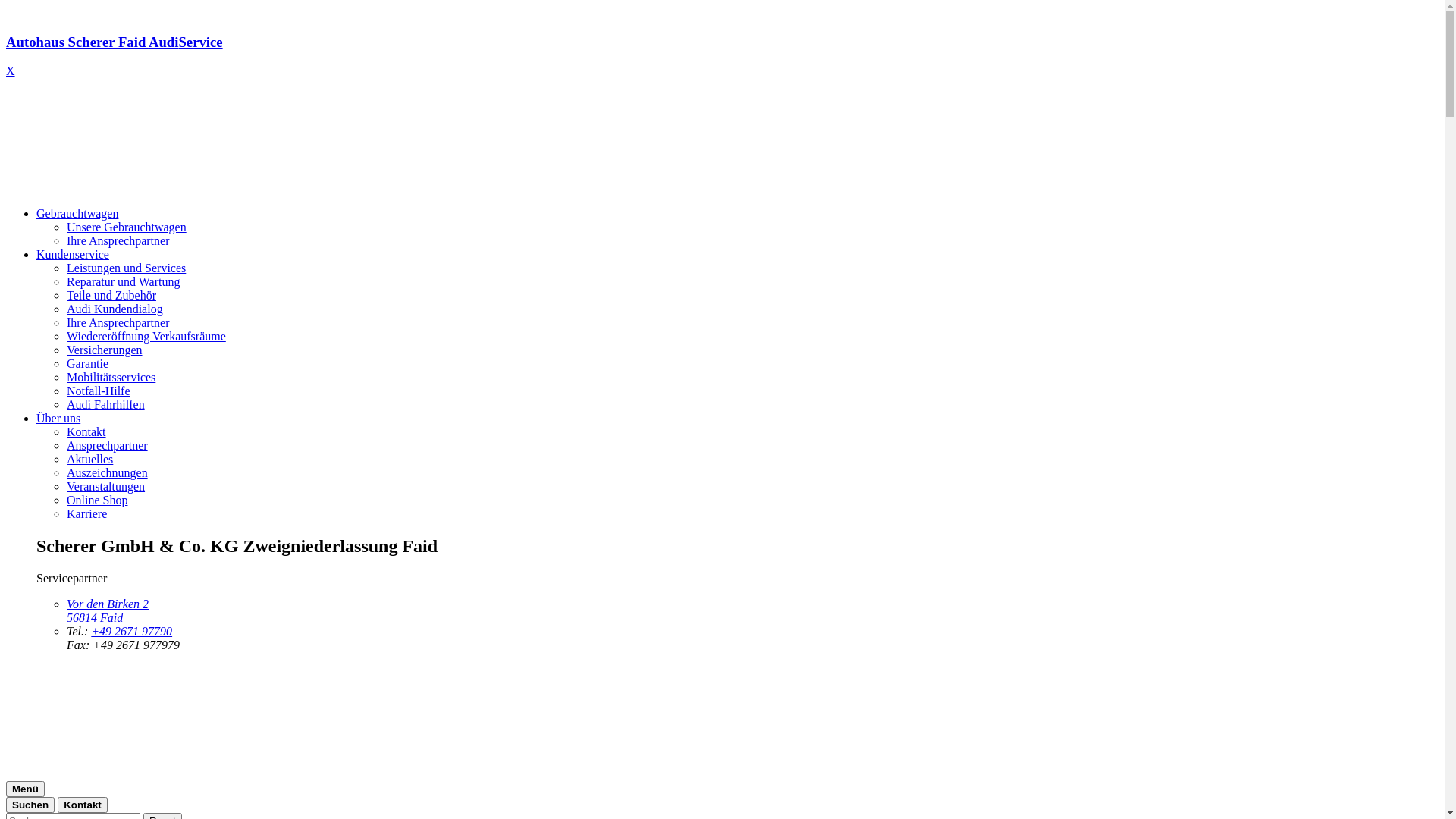 The width and height of the screenshot is (1456, 819). What do you see at coordinates (36, 213) in the screenshot?
I see `'Gebrauchtwagen'` at bounding box center [36, 213].